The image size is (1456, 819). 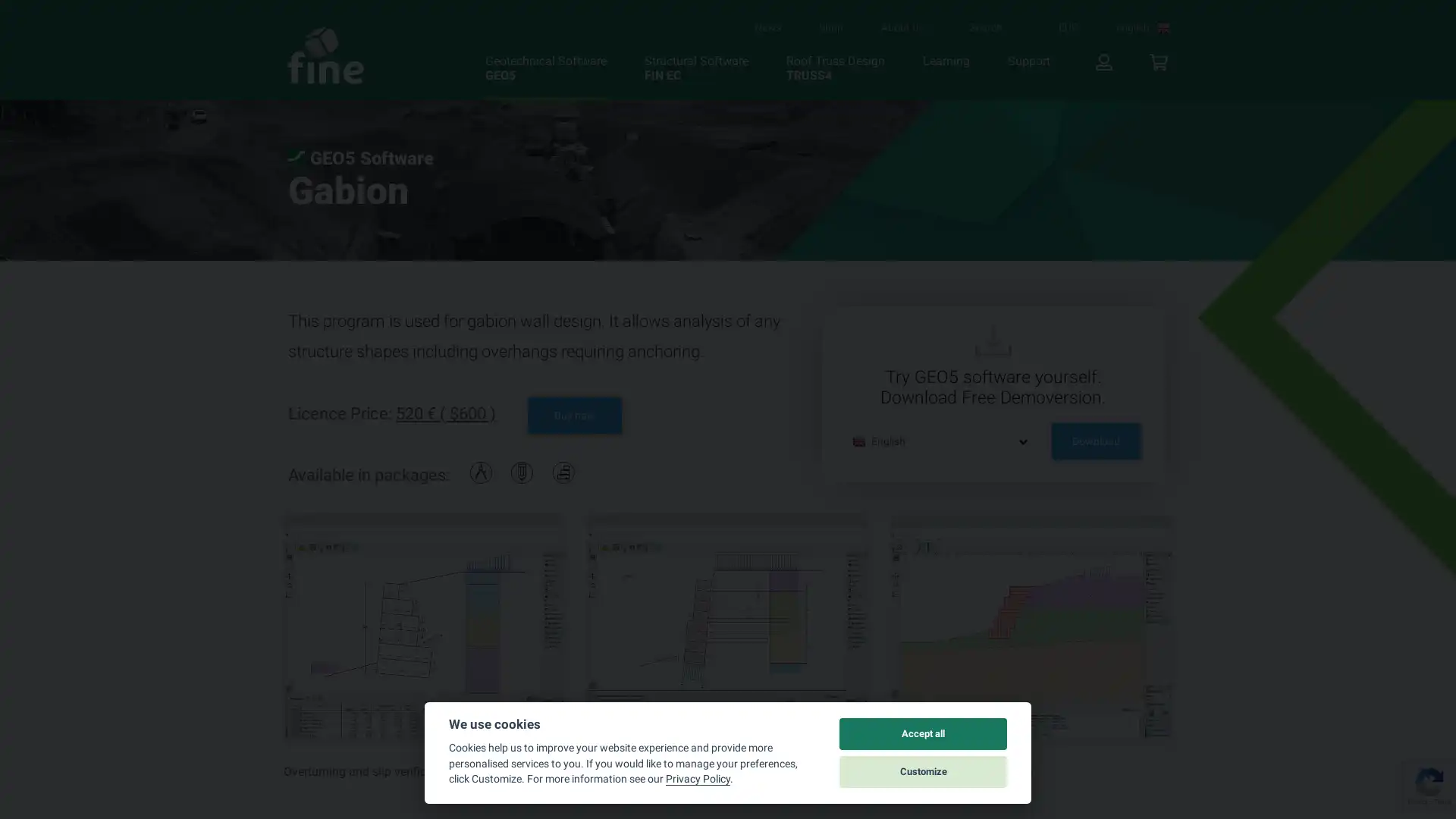 I want to click on Accept all, so click(x=922, y=733).